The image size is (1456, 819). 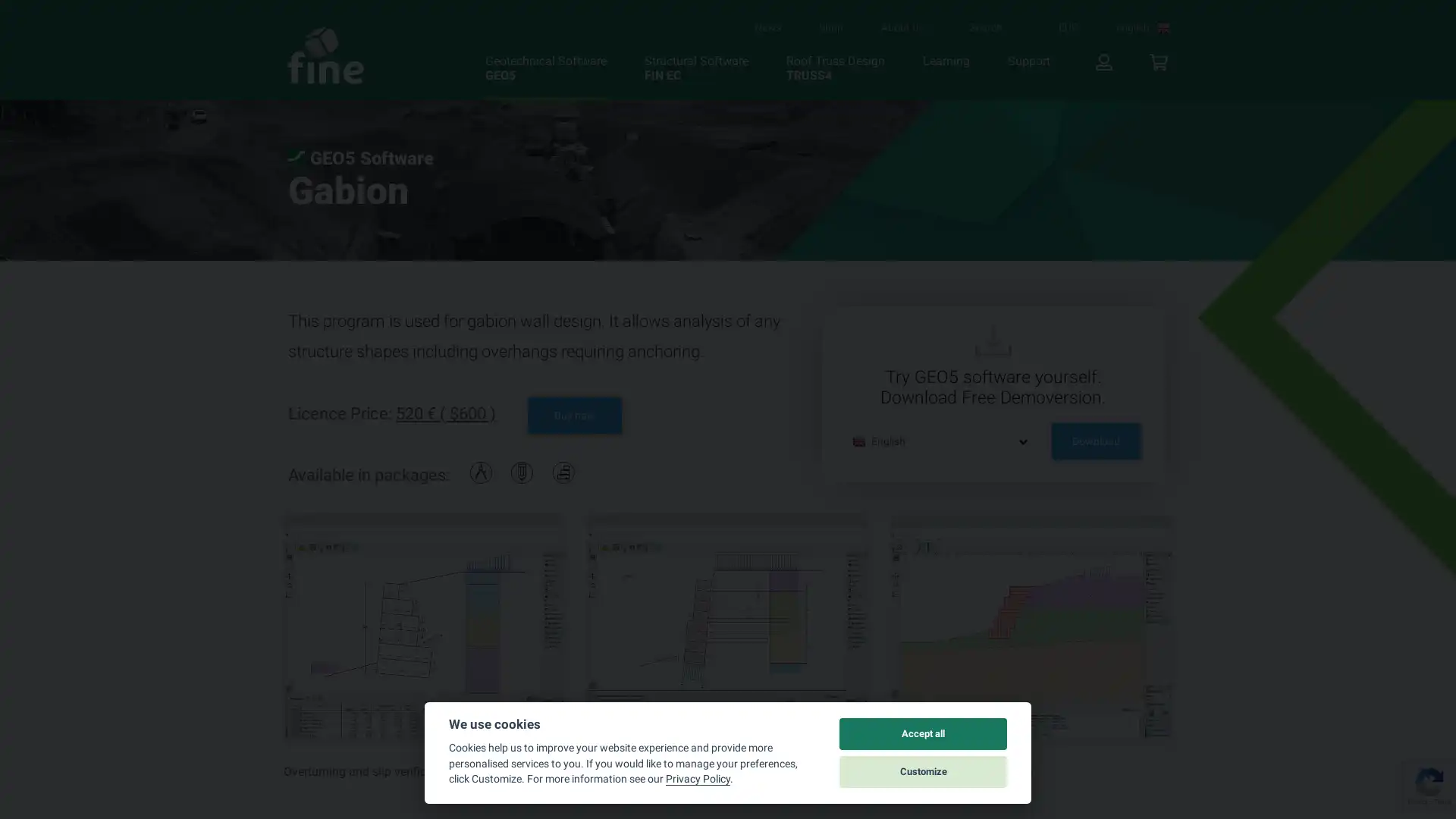 I want to click on Accept all, so click(x=922, y=733).